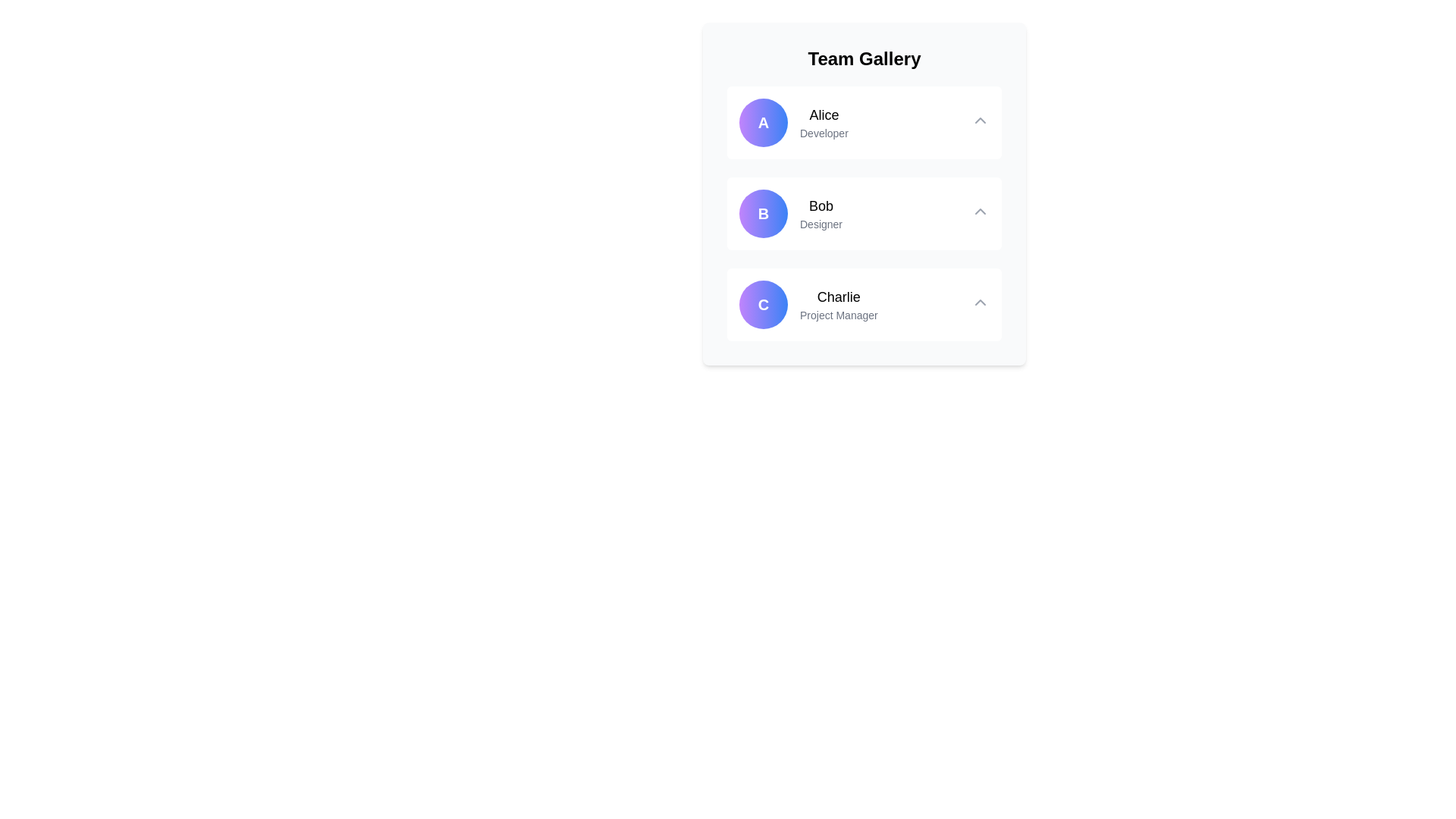 This screenshot has height=819, width=1456. Describe the element at coordinates (823, 122) in the screenshot. I see `text displayed in the text label representing a team member's designation and name, located to the right of the circular avatar labeled 'A' in the 'Team Gallery' card` at that location.